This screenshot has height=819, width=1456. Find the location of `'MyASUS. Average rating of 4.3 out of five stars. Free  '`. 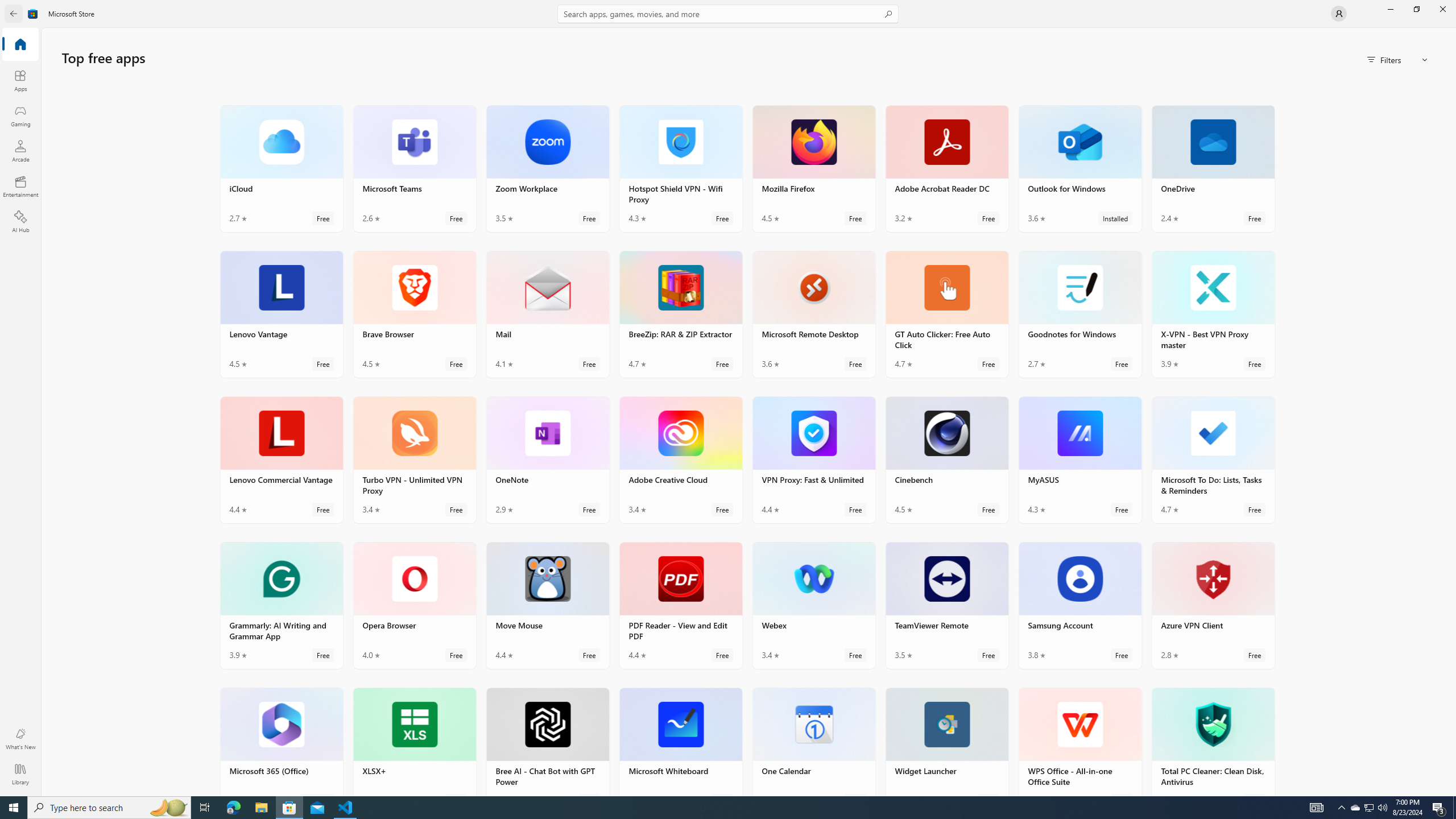

'MyASUS. Average rating of 4.3 out of five stars. Free  ' is located at coordinates (1079, 459).